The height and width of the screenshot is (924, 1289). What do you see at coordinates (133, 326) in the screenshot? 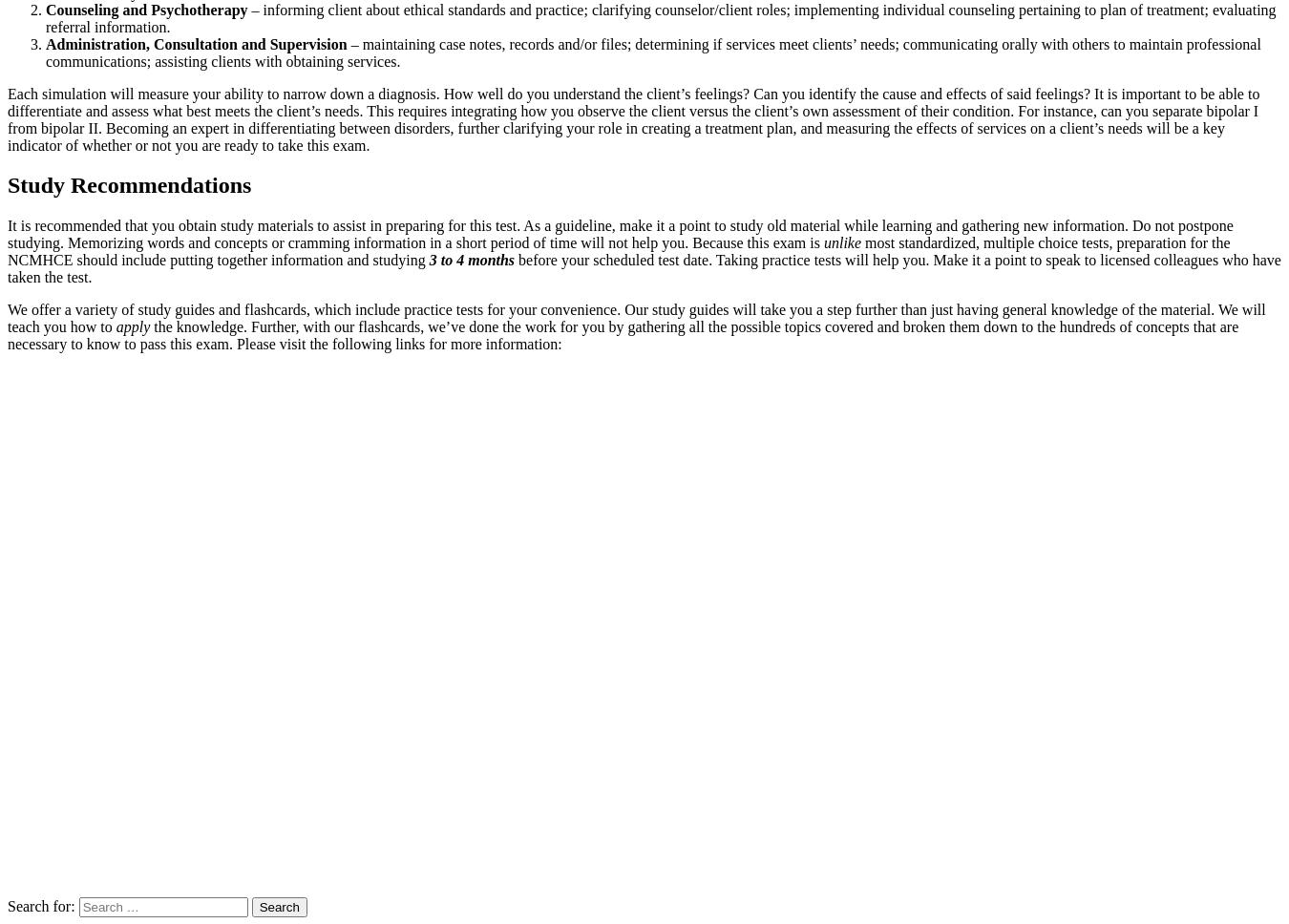
I see `'apply'` at bounding box center [133, 326].